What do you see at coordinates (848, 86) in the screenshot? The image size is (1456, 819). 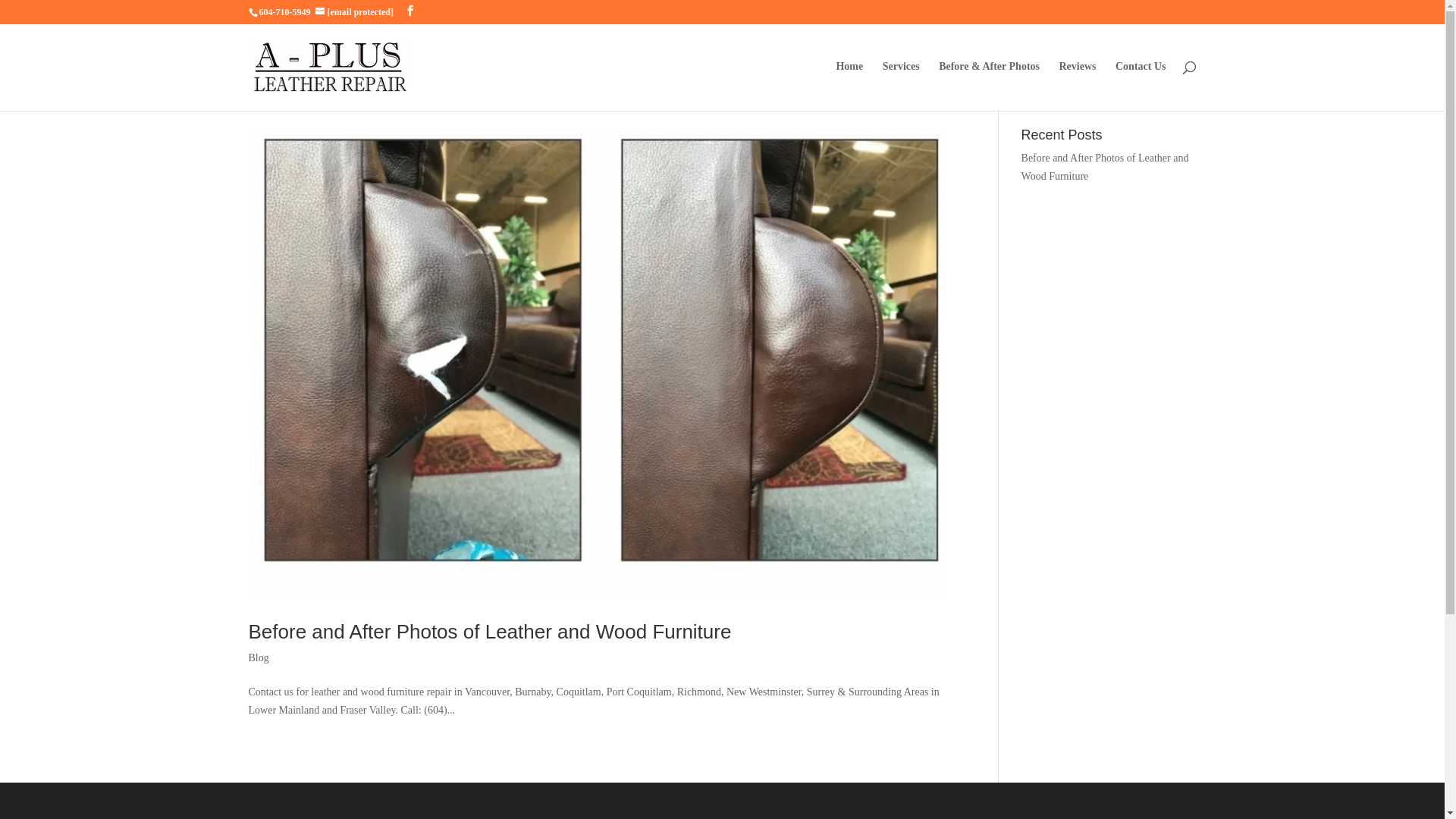 I see `'Home'` at bounding box center [848, 86].